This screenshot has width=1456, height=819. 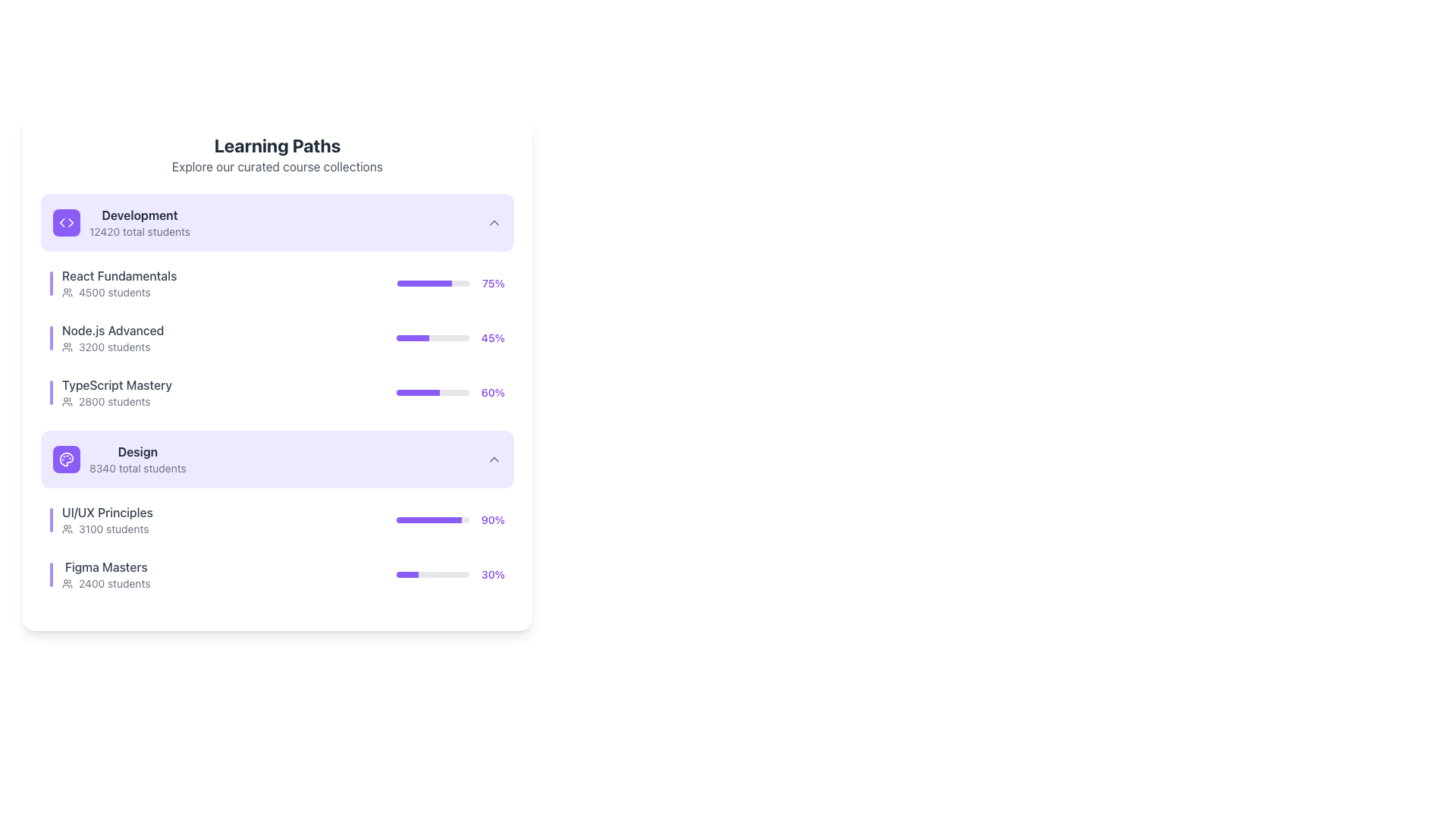 What do you see at coordinates (67, 292) in the screenshot?
I see `the SVG icon representing users located to the left of the text '4500 students' in the 'React Fundamentals' section` at bounding box center [67, 292].